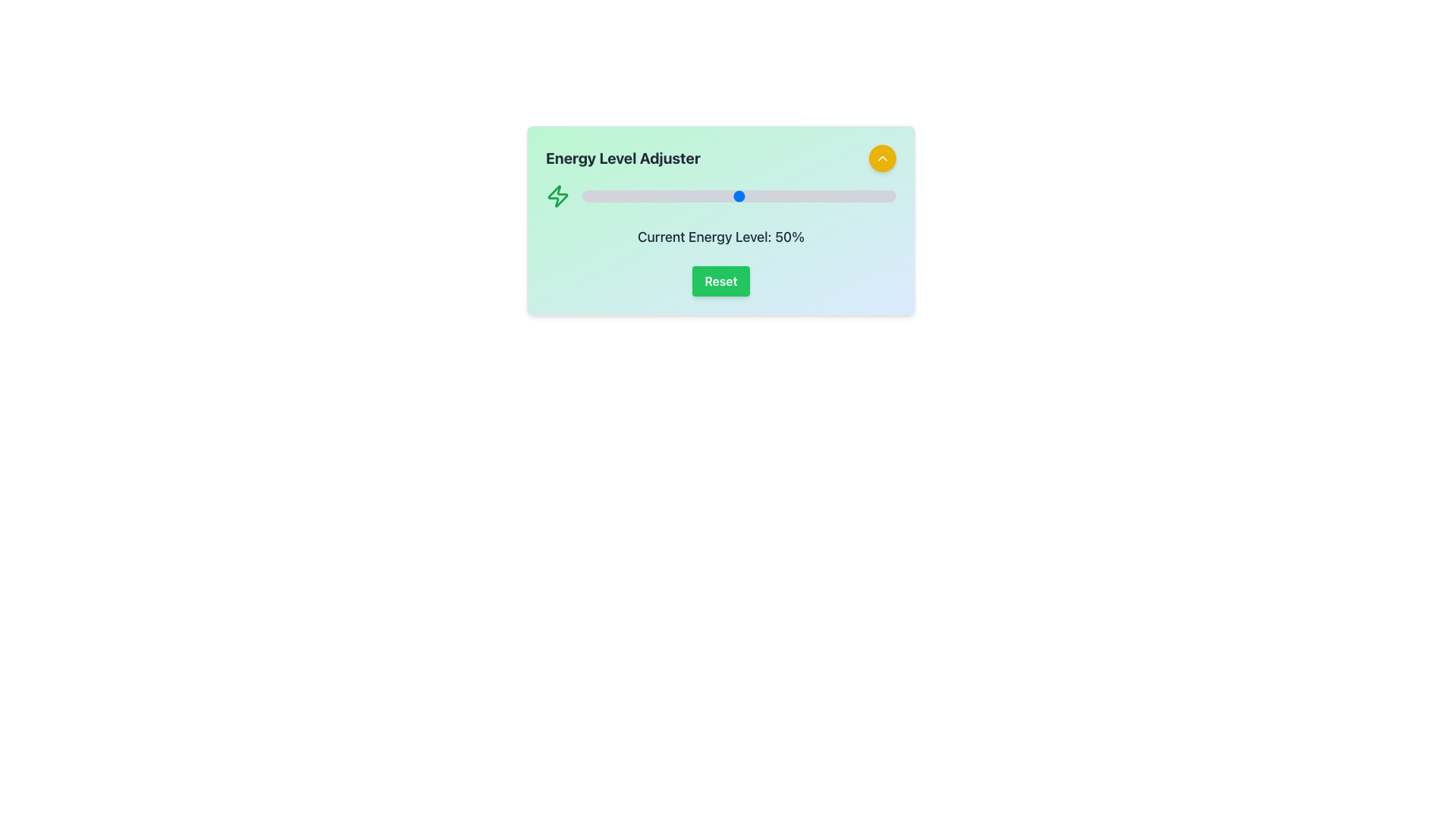 Image resolution: width=1456 pixels, height=819 pixels. I want to click on energy level, so click(682, 195).